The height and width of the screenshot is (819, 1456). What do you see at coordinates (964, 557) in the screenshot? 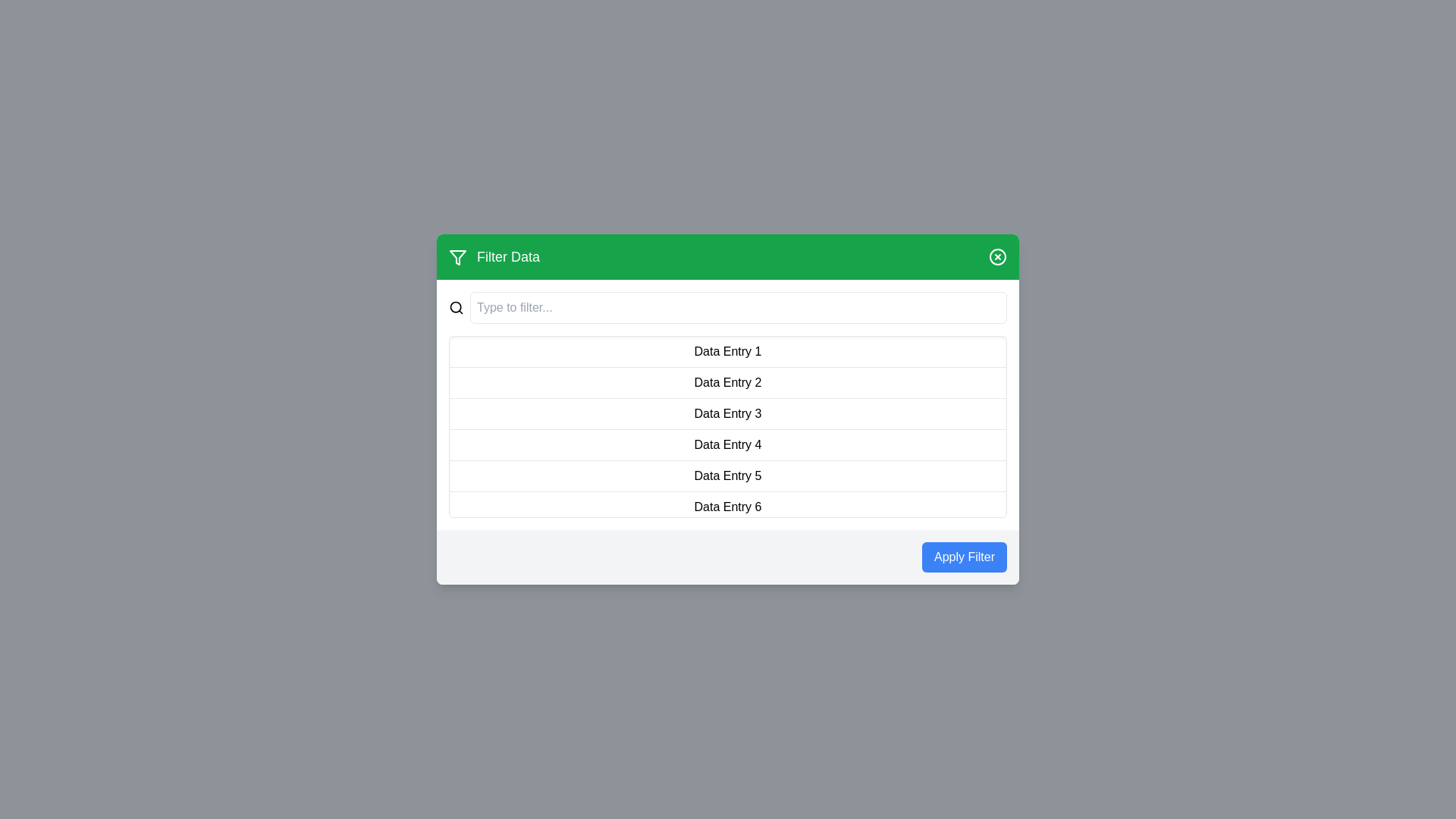
I see `'Apply Filter' button to confirm the filter application` at bounding box center [964, 557].